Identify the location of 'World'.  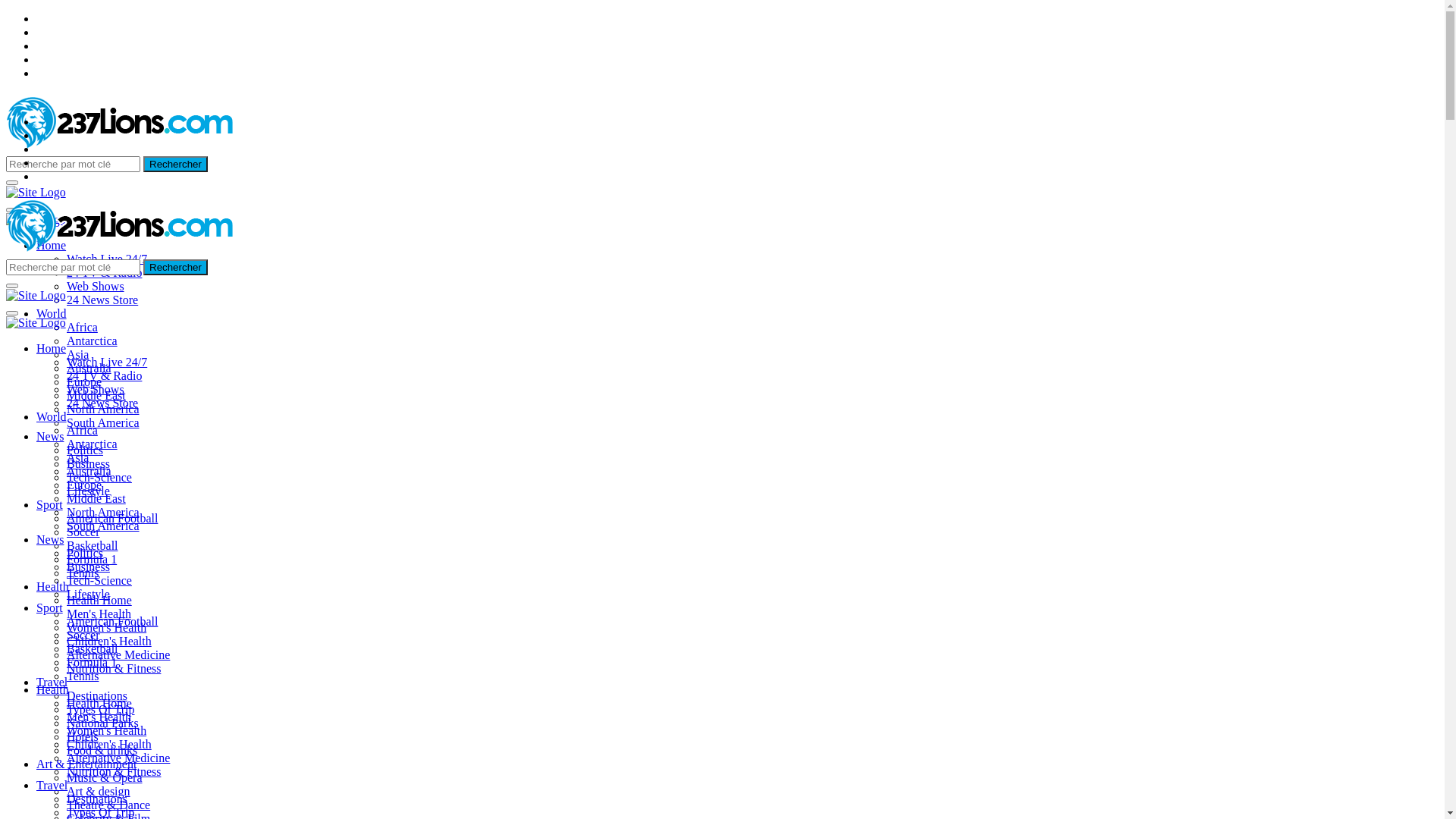
(51, 312).